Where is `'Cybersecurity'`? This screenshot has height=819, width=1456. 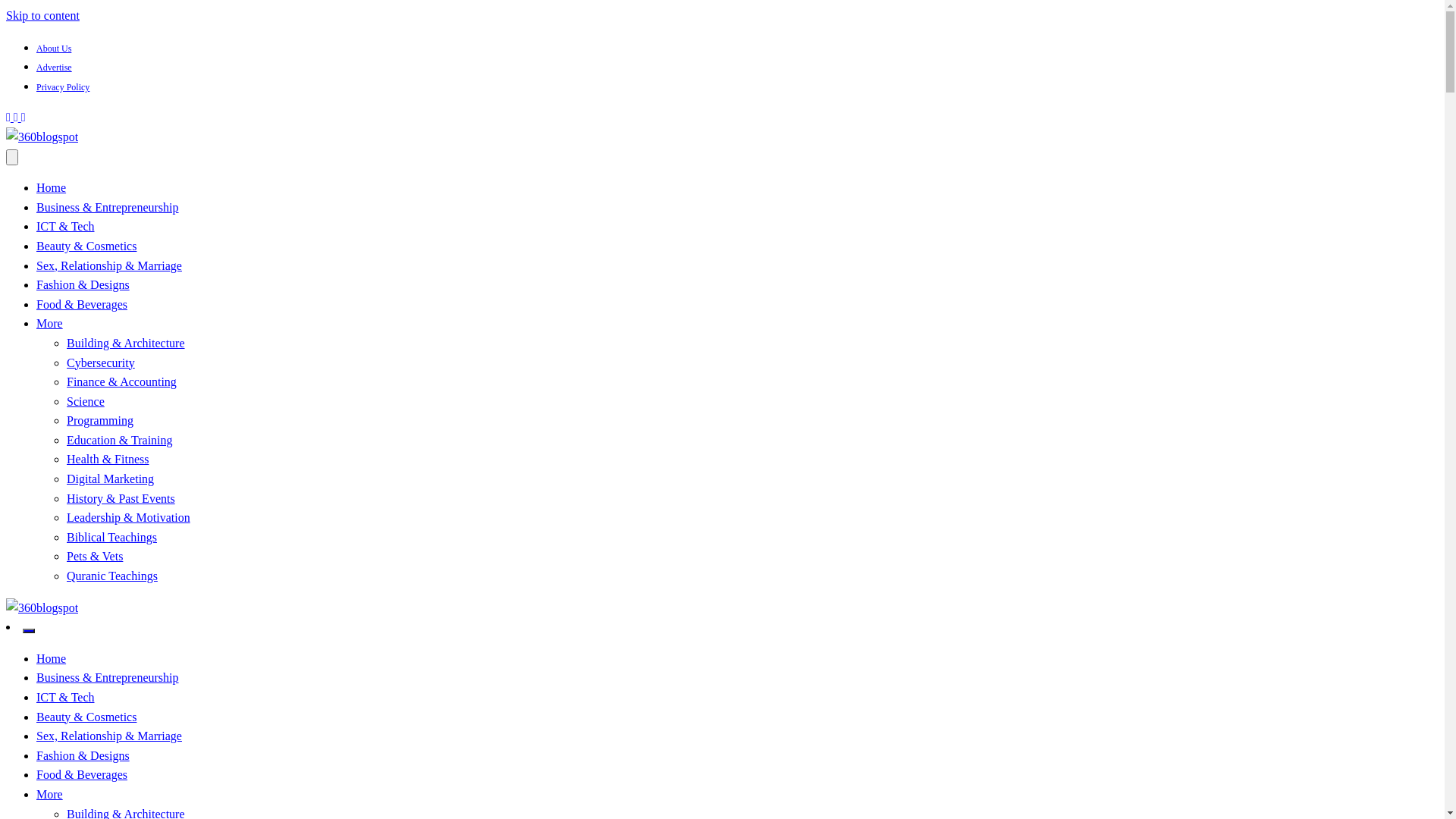 'Cybersecurity' is located at coordinates (100, 362).